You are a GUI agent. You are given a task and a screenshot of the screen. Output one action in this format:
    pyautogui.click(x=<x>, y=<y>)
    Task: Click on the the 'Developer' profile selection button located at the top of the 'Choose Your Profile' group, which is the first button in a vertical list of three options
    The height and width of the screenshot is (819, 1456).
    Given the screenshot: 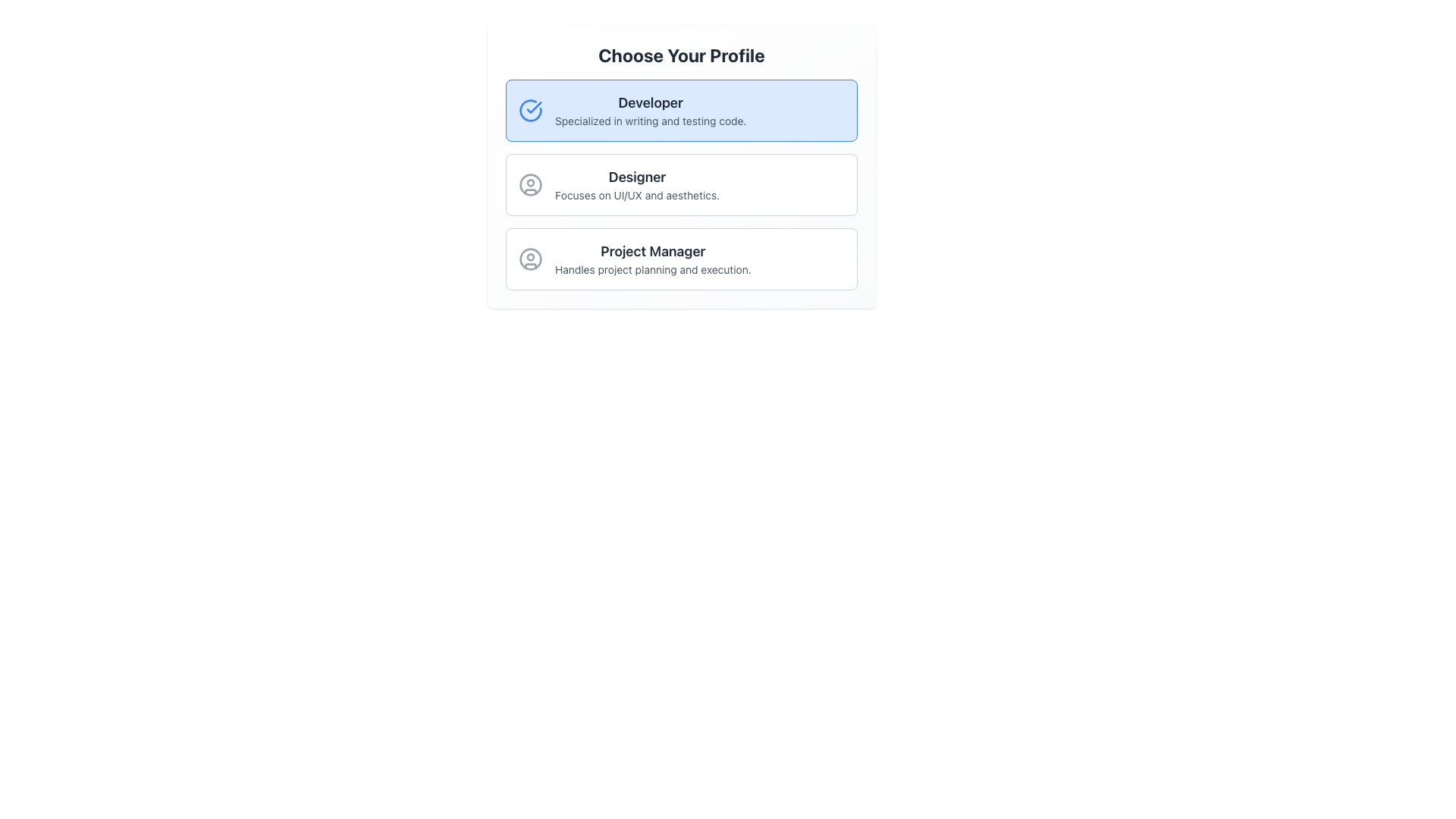 What is the action you would take?
    pyautogui.click(x=680, y=110)
    